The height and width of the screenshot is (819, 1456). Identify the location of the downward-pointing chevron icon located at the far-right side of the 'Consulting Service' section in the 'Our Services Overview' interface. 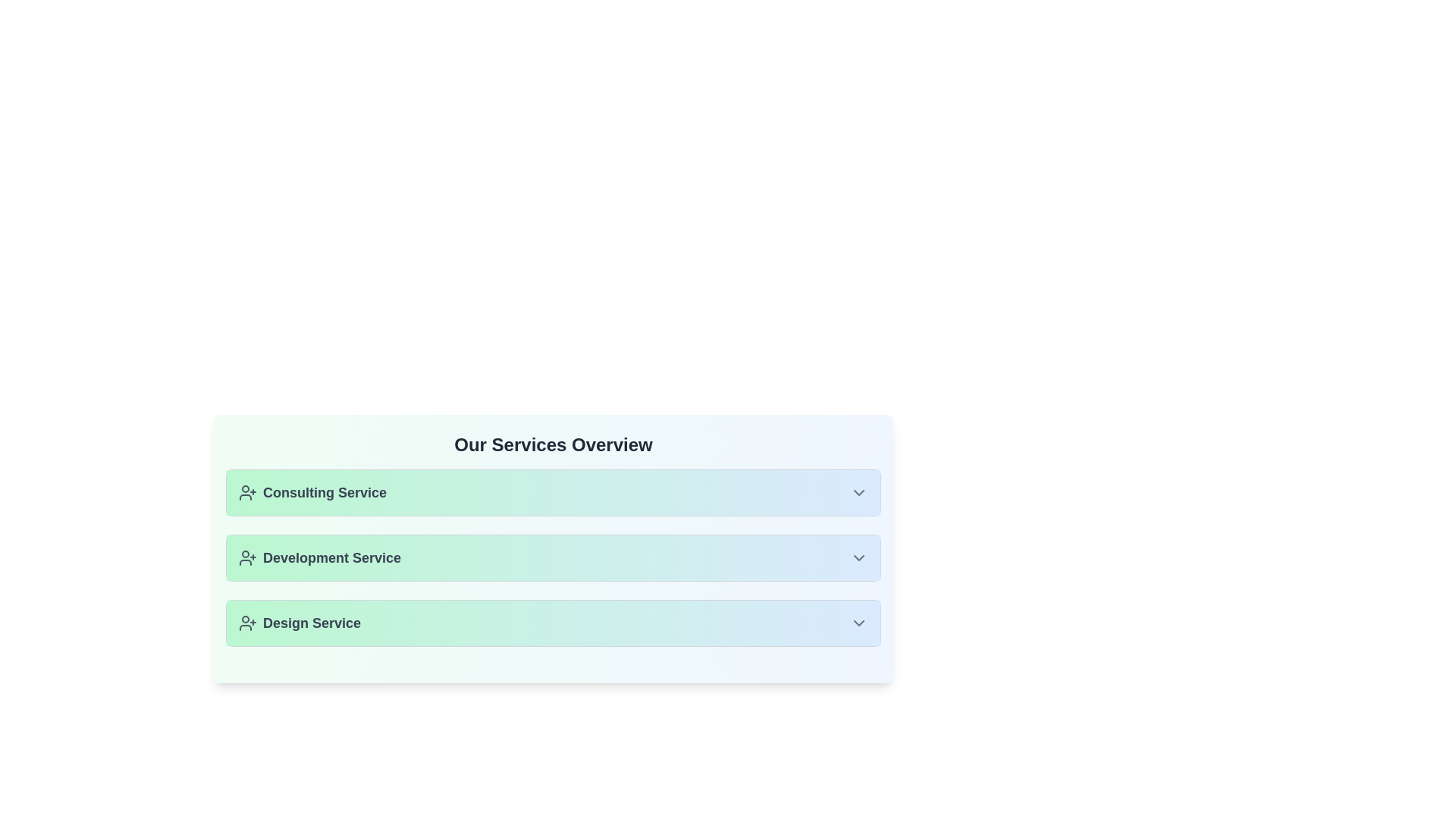
(858, 493).